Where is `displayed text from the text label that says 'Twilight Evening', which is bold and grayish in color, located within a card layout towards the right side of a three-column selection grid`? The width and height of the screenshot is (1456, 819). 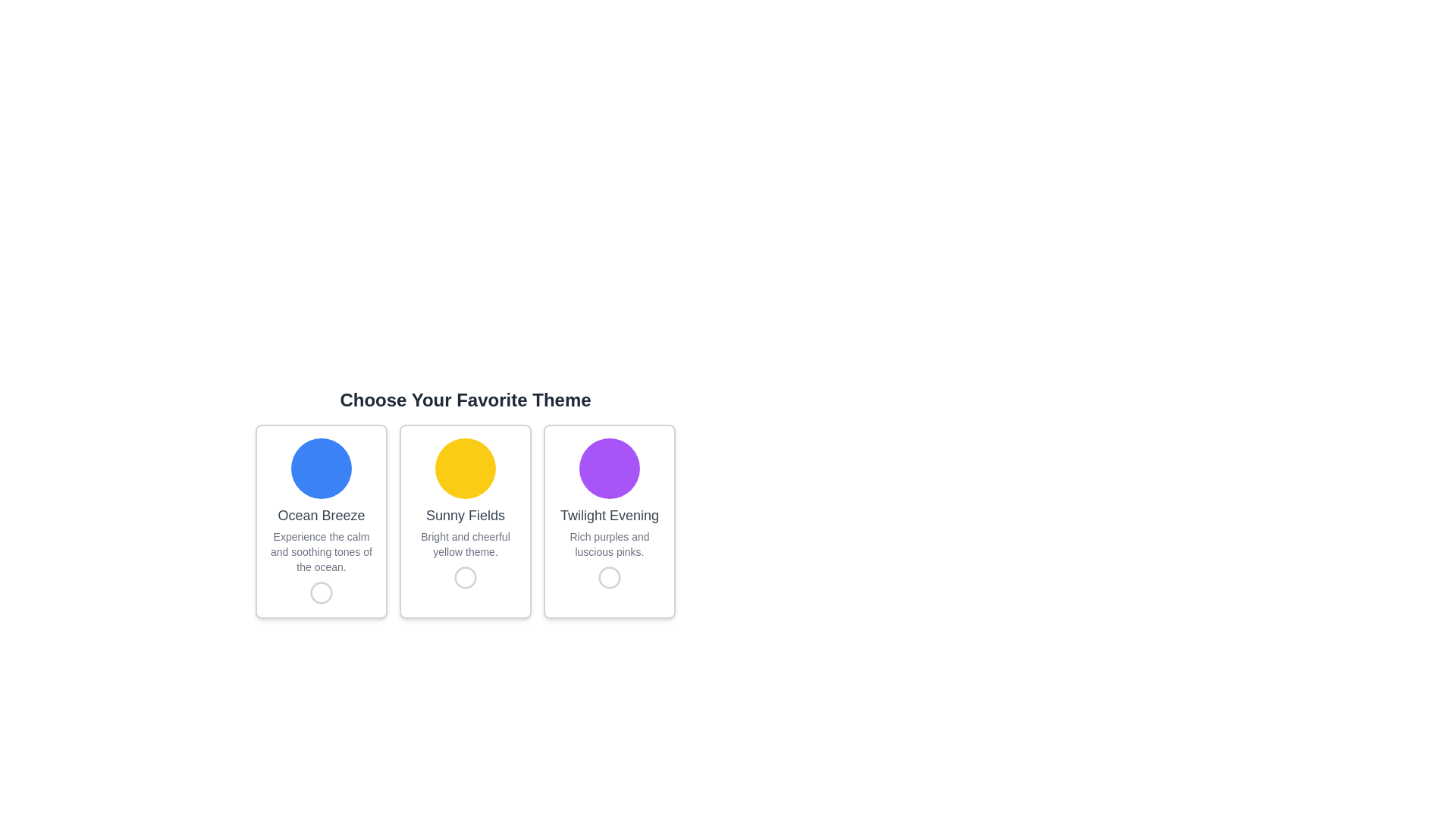 displayed text from the text label that says 'Twilight Evening', which is bold and grayish in color, located within a card layout towards the right side of a three-column selection grid is located at coordinates (610, 514).